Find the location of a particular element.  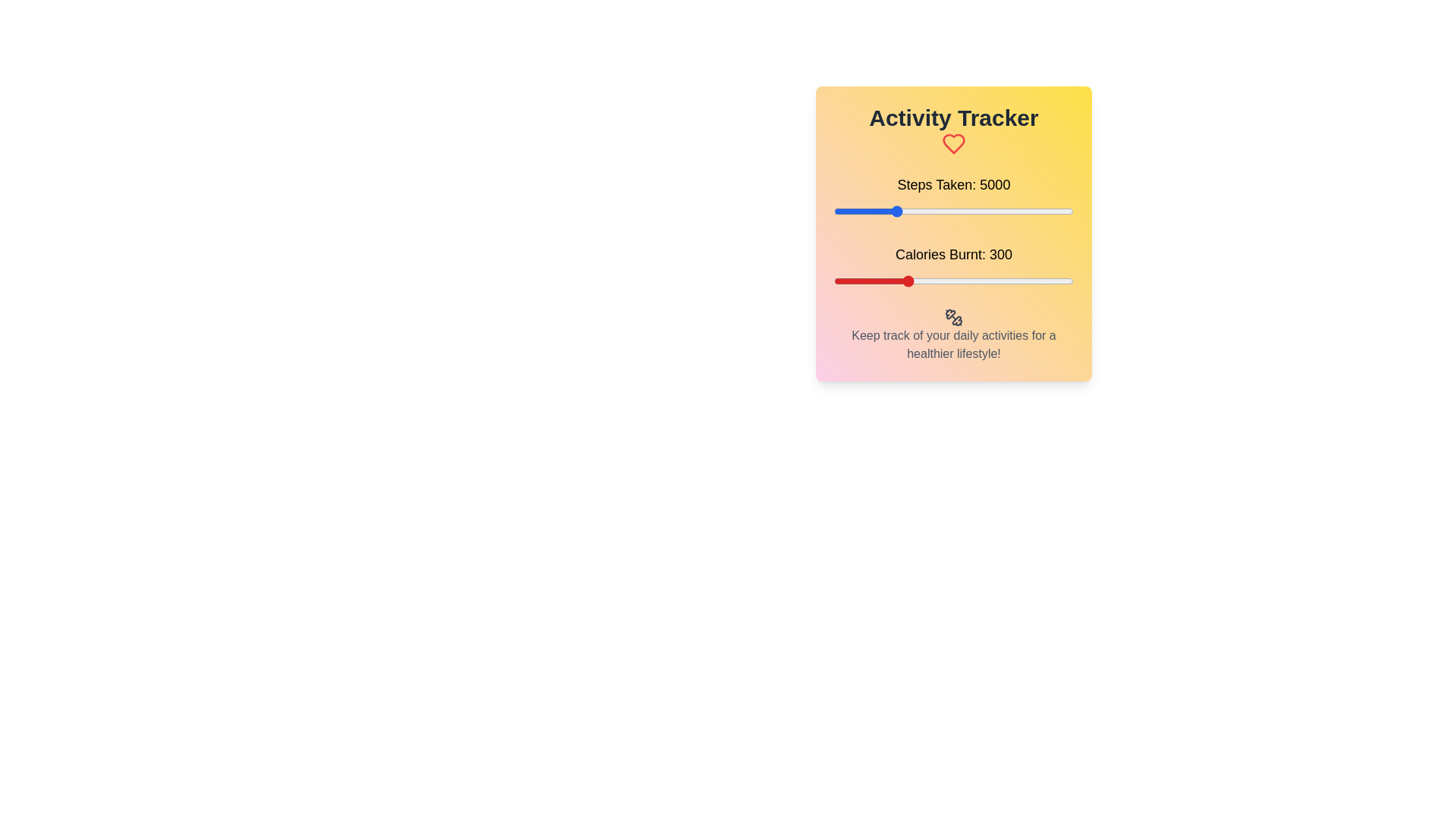

steps taken is located at coordinates (908, 211).